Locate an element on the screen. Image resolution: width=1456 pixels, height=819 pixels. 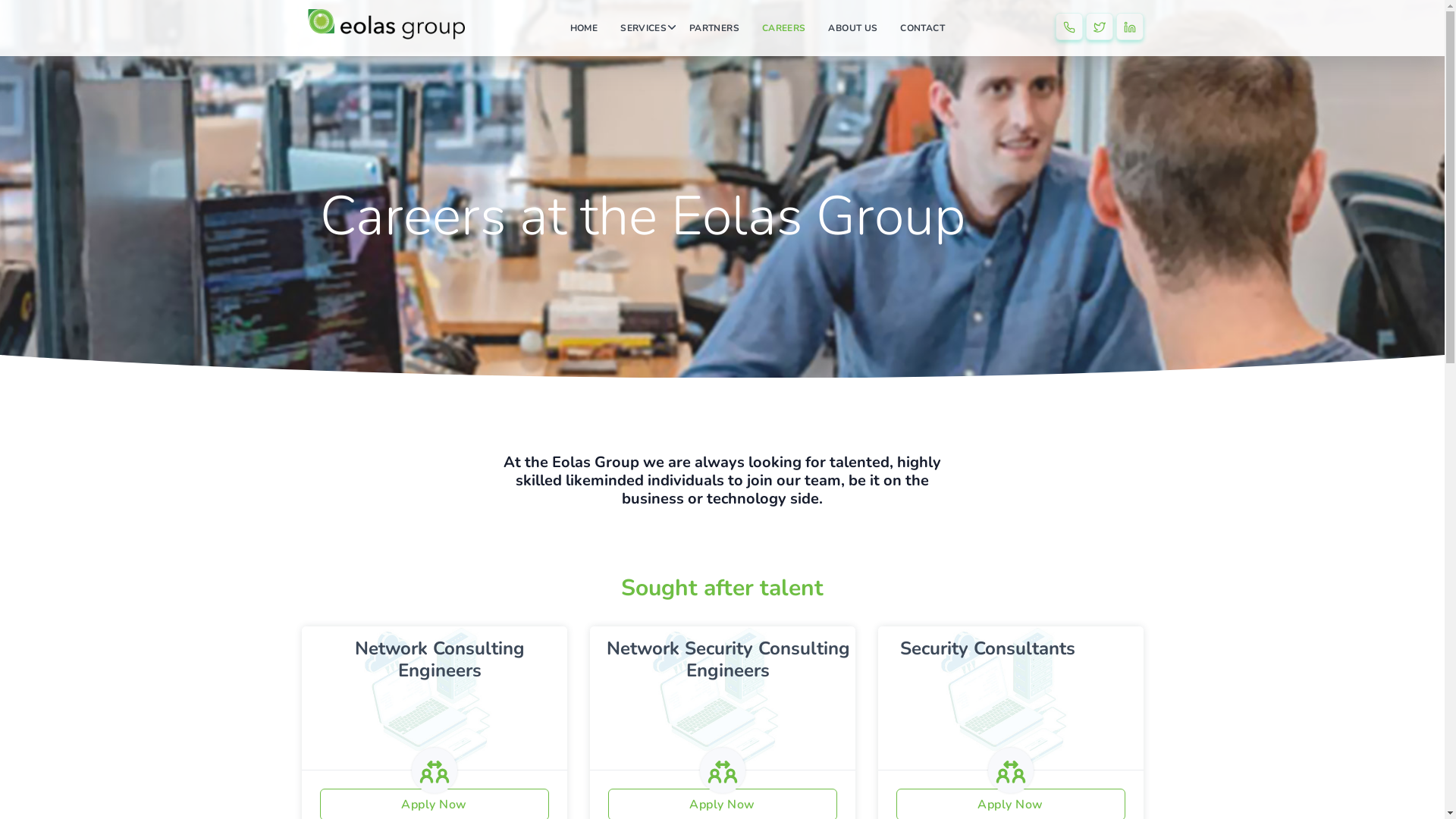
'PARTNERS' is located at coordinates (713, 28).